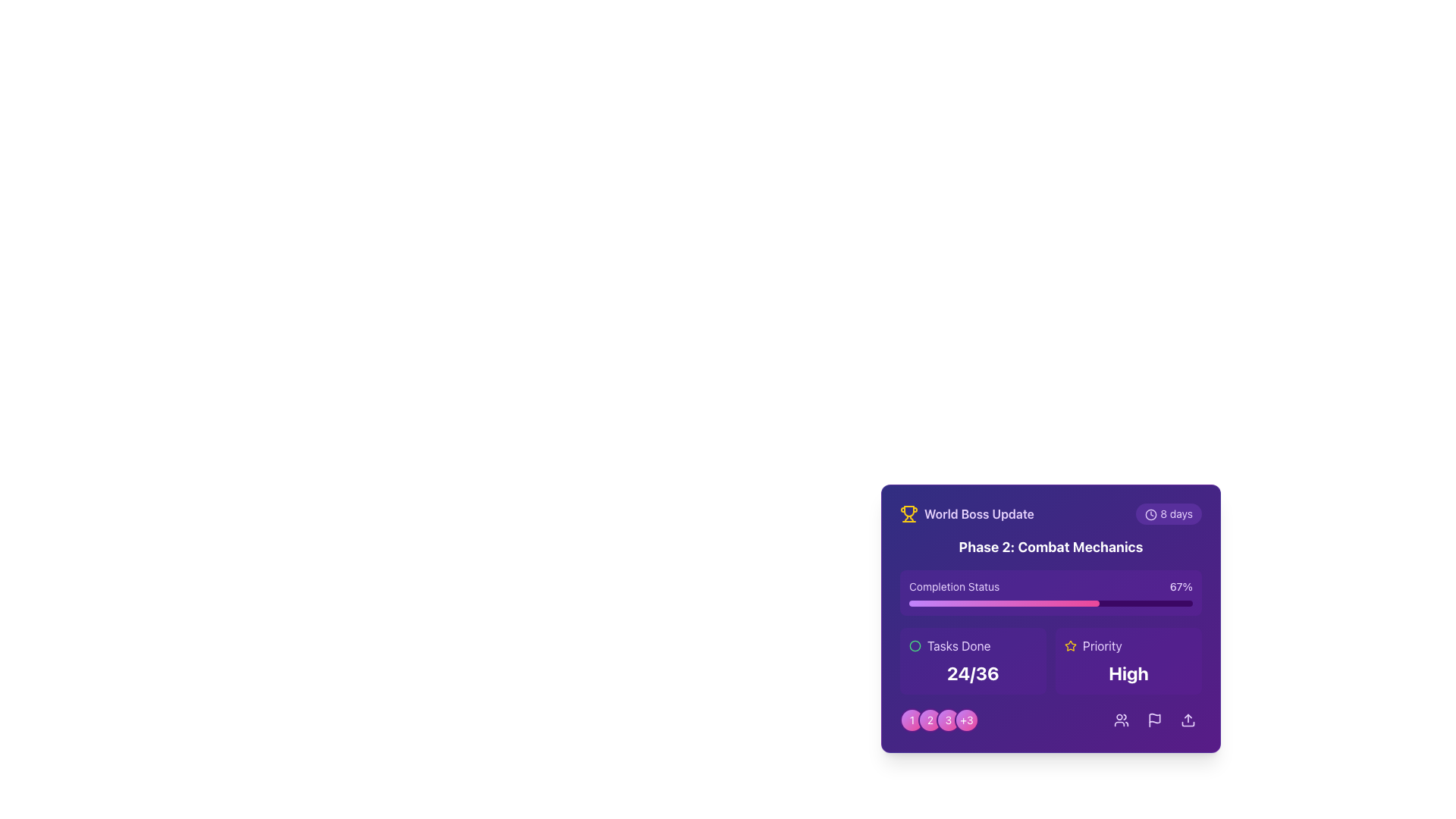 The image size is (1456, 819). Describe the element at coordinates (1128, 672) in the screenshot. I see `the bold, uppercase text label displaying 'High' styled with white text on a purple background, located in the lower-right portion of the interface next to a small star icon` at that location.